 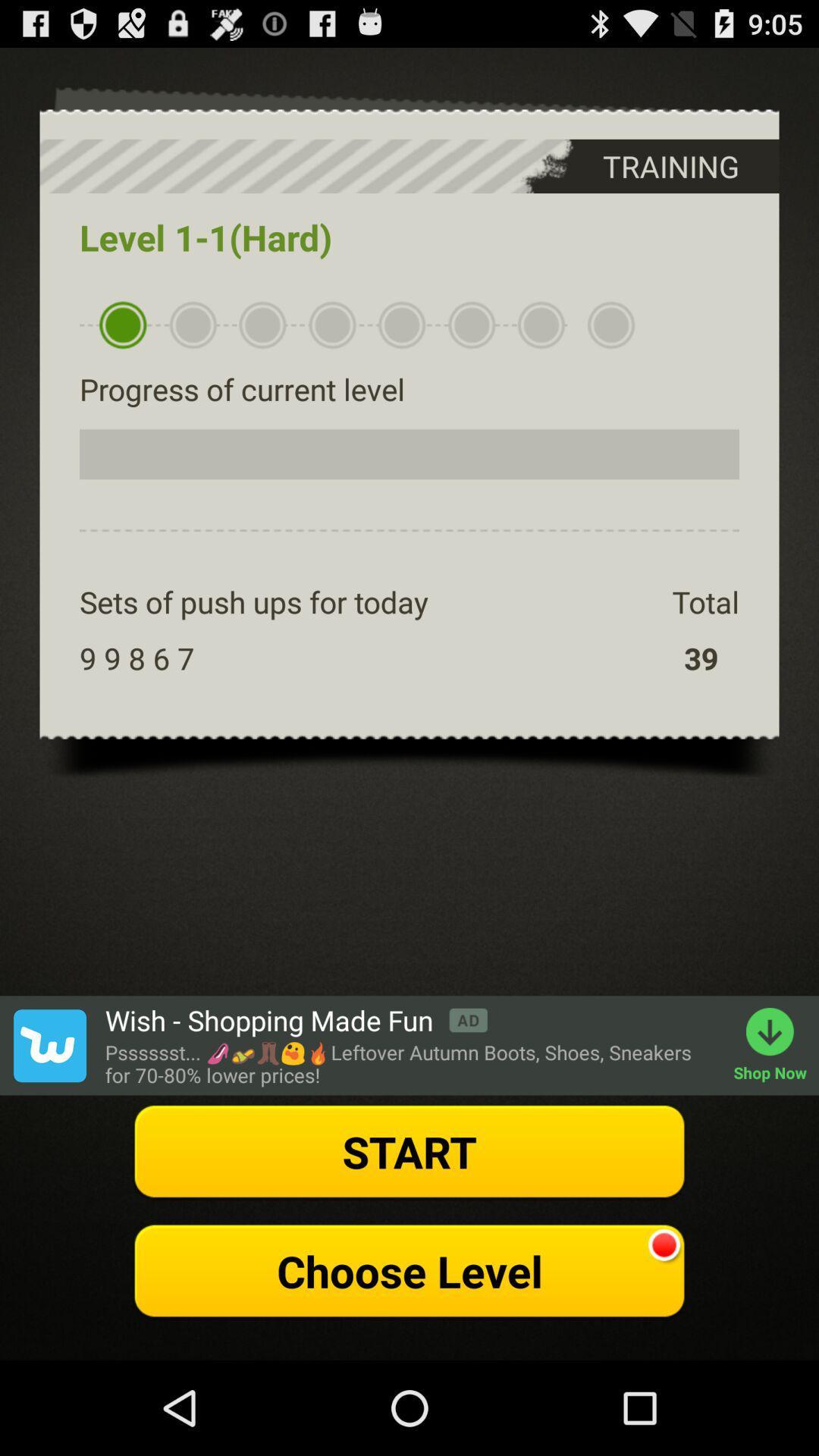 What do you see at coordinates (49, 1119) in the screenshot?
I see `the twitter icon` at bounding box center [49, 1119].